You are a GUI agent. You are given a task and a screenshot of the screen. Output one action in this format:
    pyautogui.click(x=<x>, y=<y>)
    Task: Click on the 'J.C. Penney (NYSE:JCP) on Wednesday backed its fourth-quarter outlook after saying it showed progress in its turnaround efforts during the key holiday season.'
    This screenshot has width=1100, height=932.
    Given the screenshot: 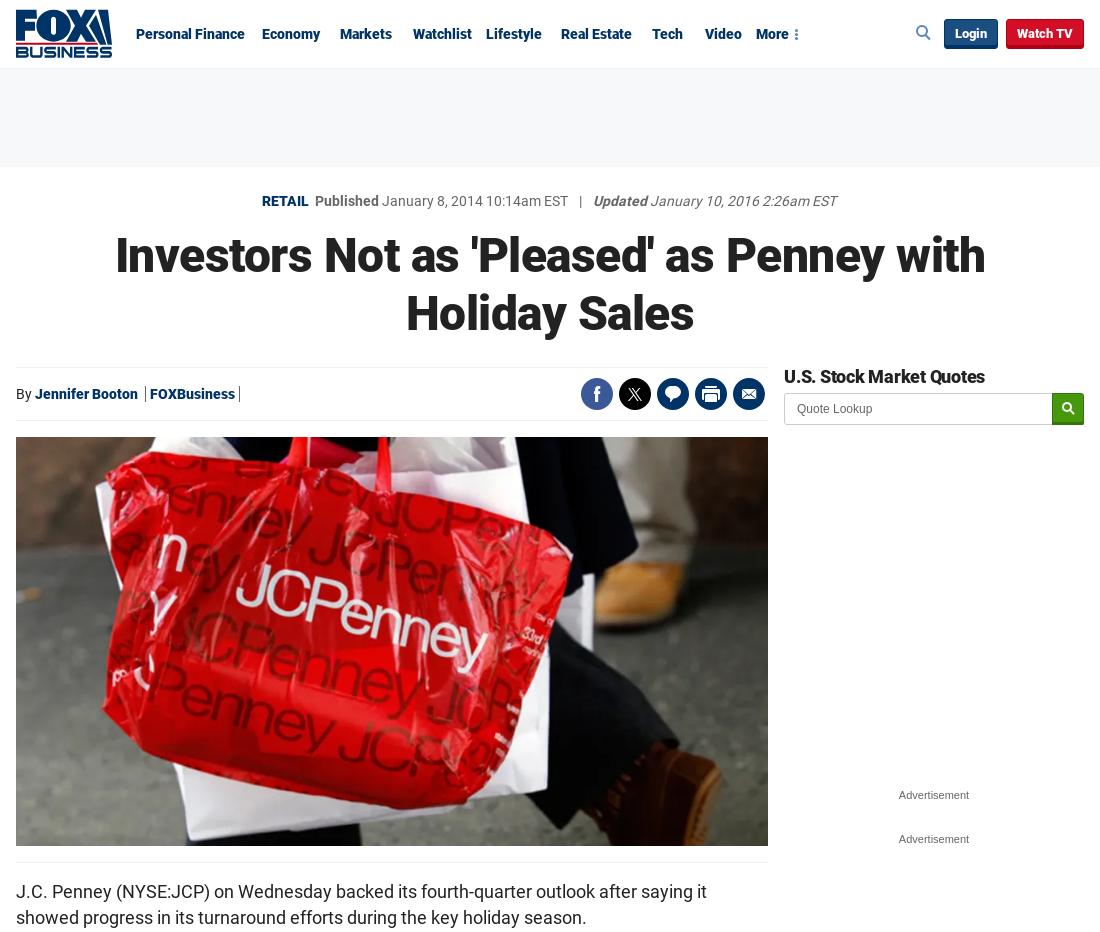 What is the action you would take?
    pyautogui.click(x=14, y=903)
    